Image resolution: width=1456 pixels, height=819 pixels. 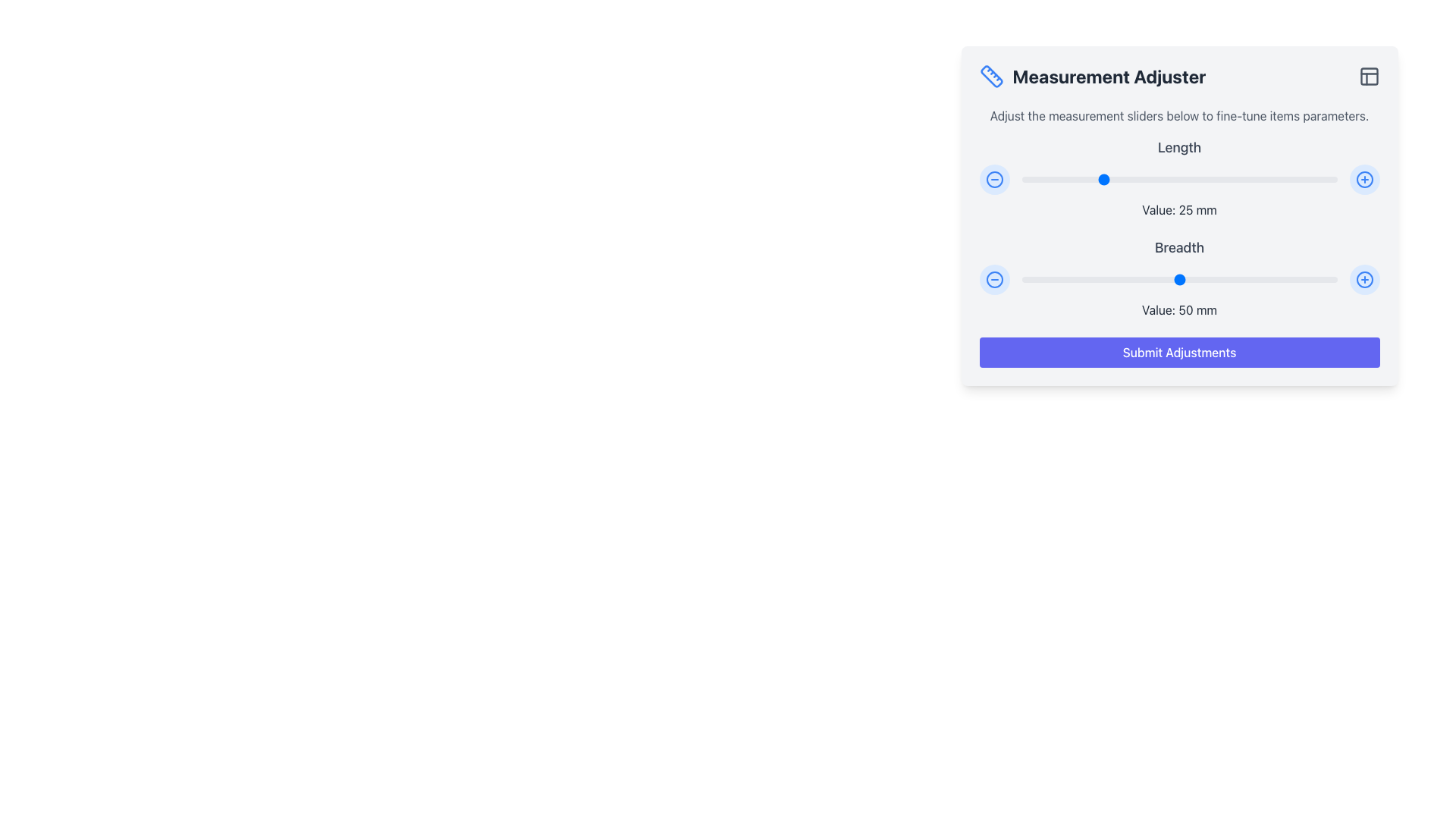 I want to click on the length value, so click(x=1304, y=178).